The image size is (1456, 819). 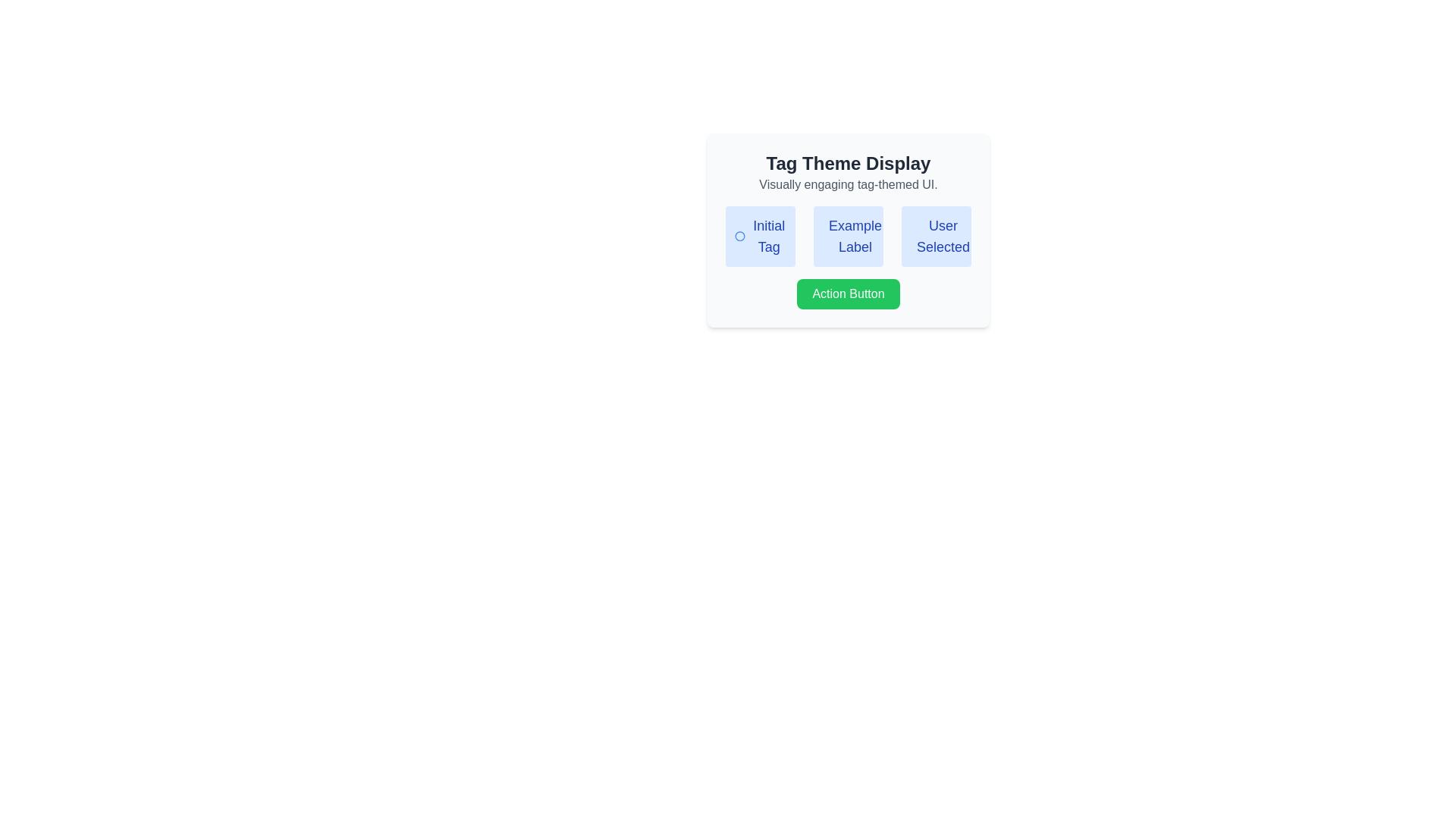 What do you see at coordinates (855, 237) in the screenshot?
I see `text label within the central button located beneath the 'Tag Theme Display' heading` at bounding box center [855, 237].